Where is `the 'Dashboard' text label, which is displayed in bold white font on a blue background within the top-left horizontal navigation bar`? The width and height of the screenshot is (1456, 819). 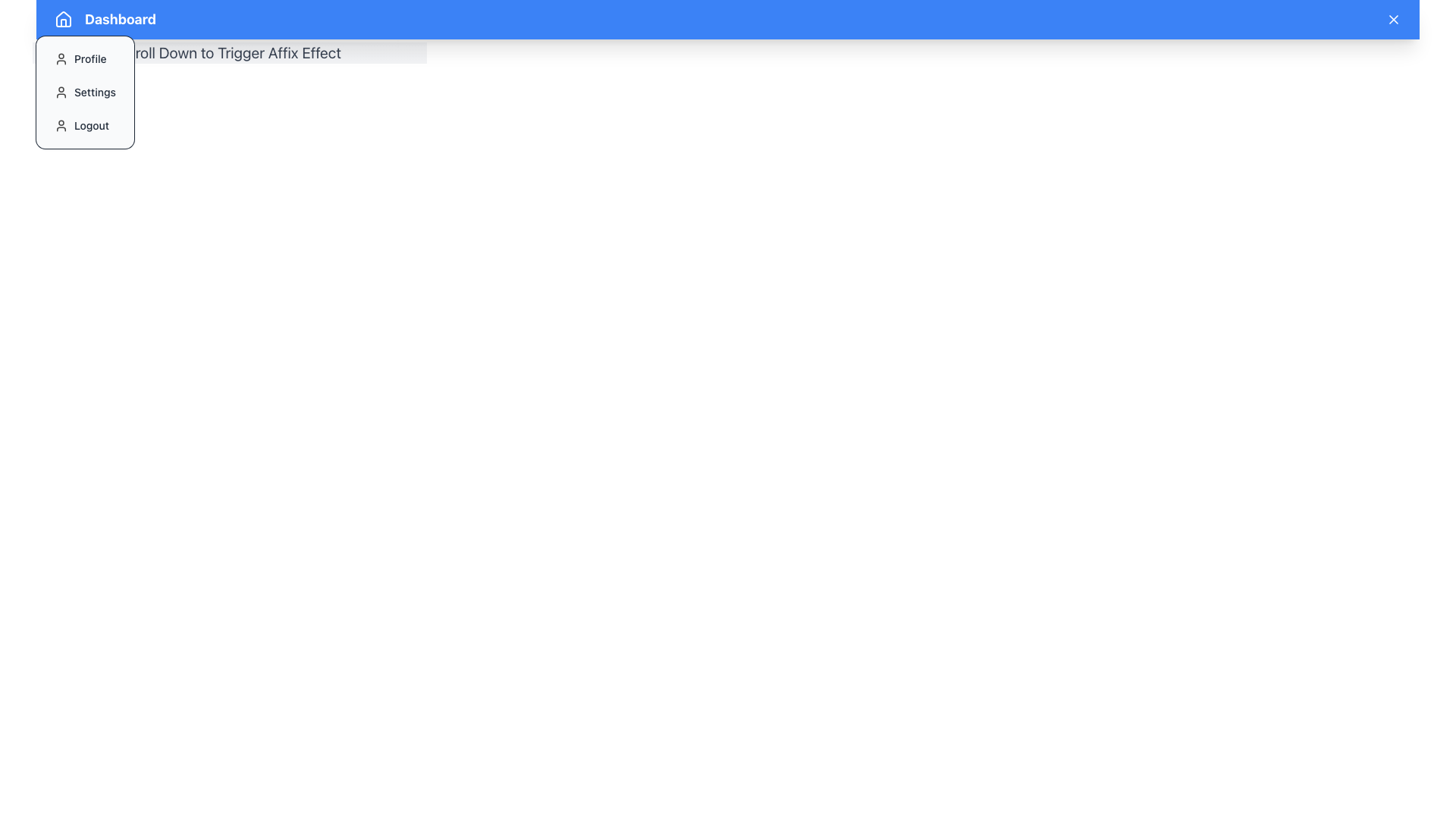
the 'Dashboard' text label, which is displayed in bold white font on a blue background within the top-left horizontal navigation bar is located at coordinates (119, 20).